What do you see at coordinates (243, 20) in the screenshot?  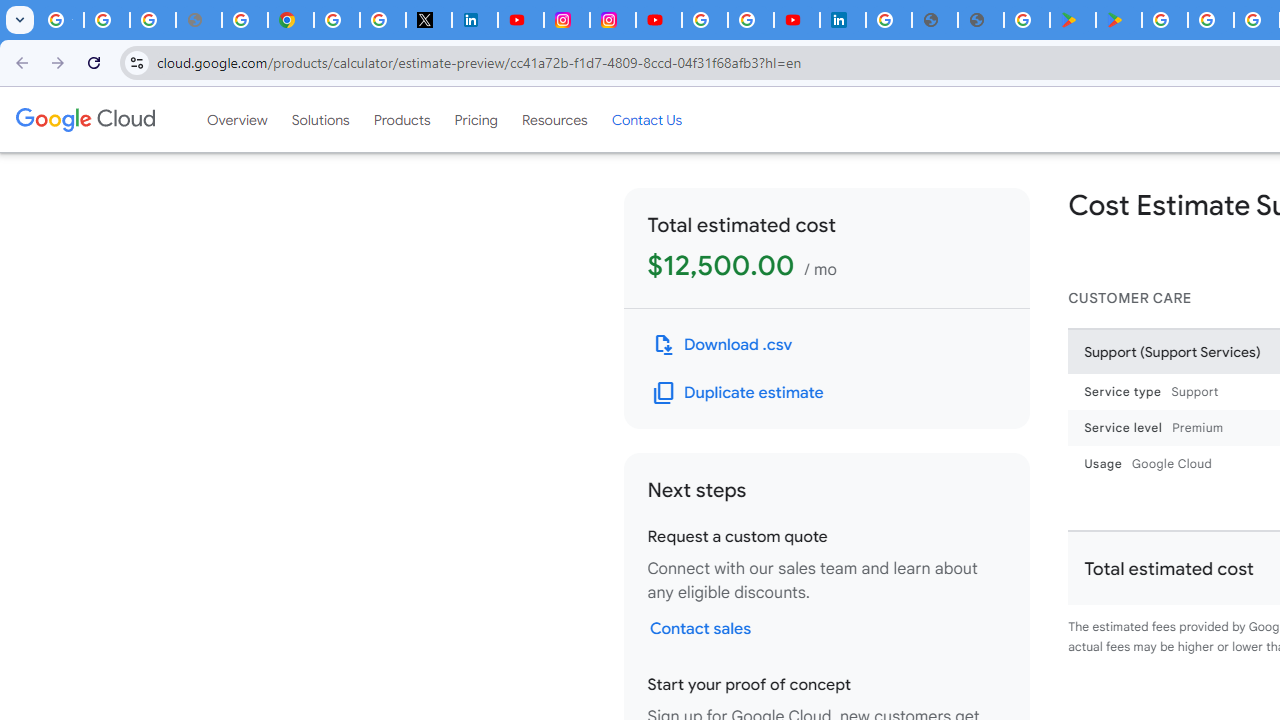 I see `'Privacy Help Center - Policies Help'` at bounding box center [243, 20].